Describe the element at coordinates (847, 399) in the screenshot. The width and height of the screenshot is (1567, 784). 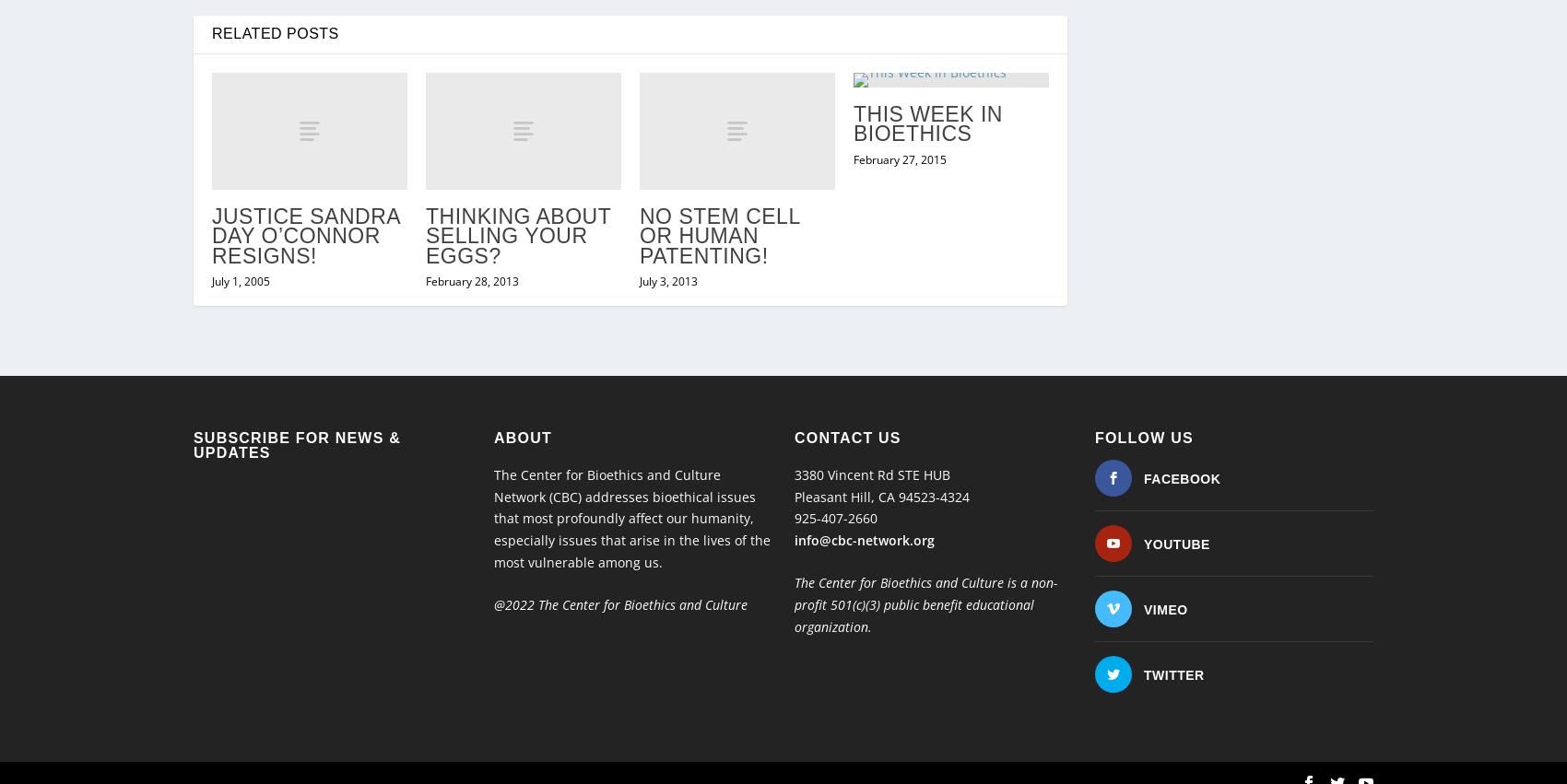
I see `'Contact Us'` at that location.